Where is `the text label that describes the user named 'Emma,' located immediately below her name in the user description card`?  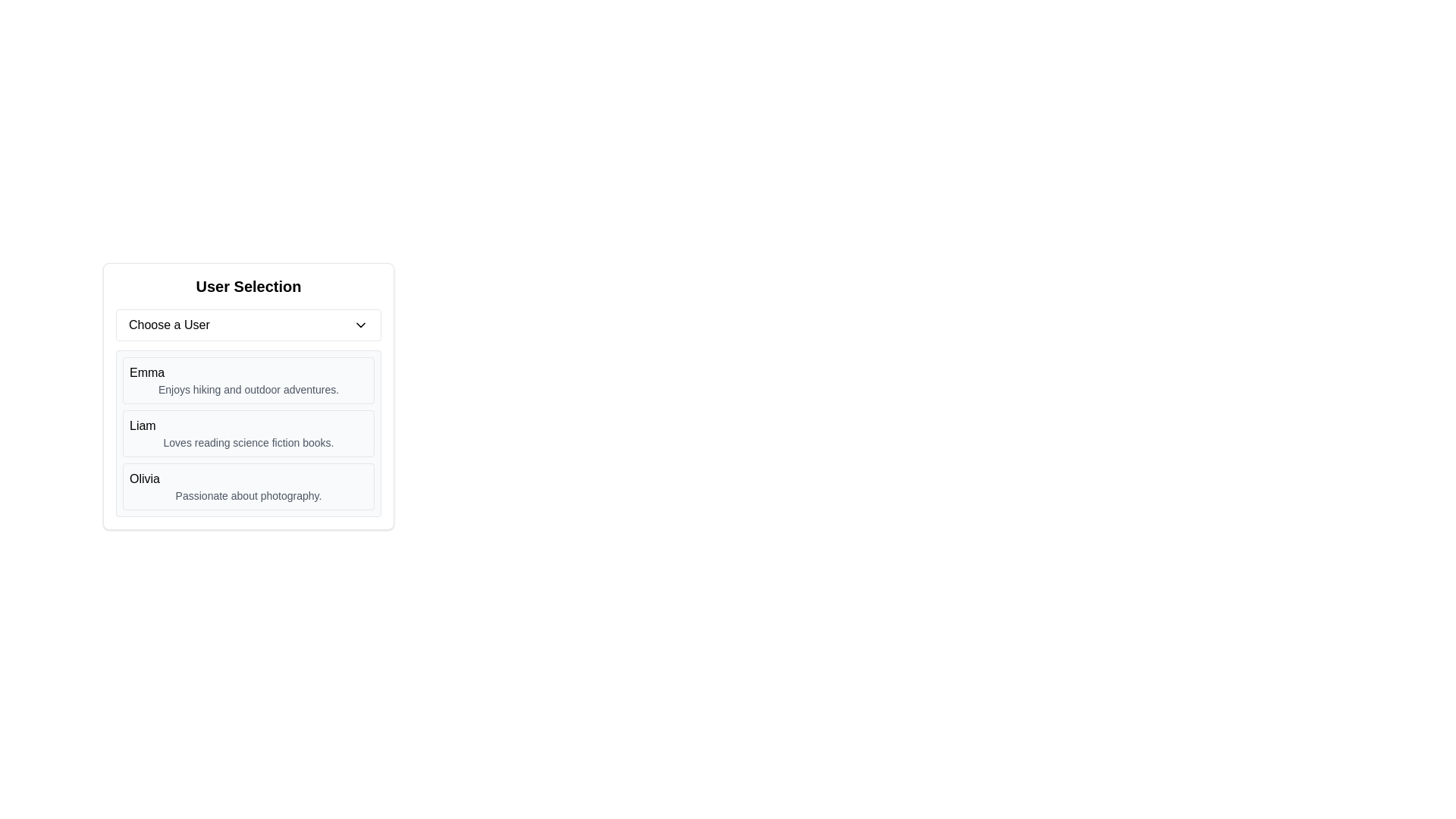 the text label that describes the user named 'Emma,' located immediately below her name in the user description card is located at coordinates (248, 388).